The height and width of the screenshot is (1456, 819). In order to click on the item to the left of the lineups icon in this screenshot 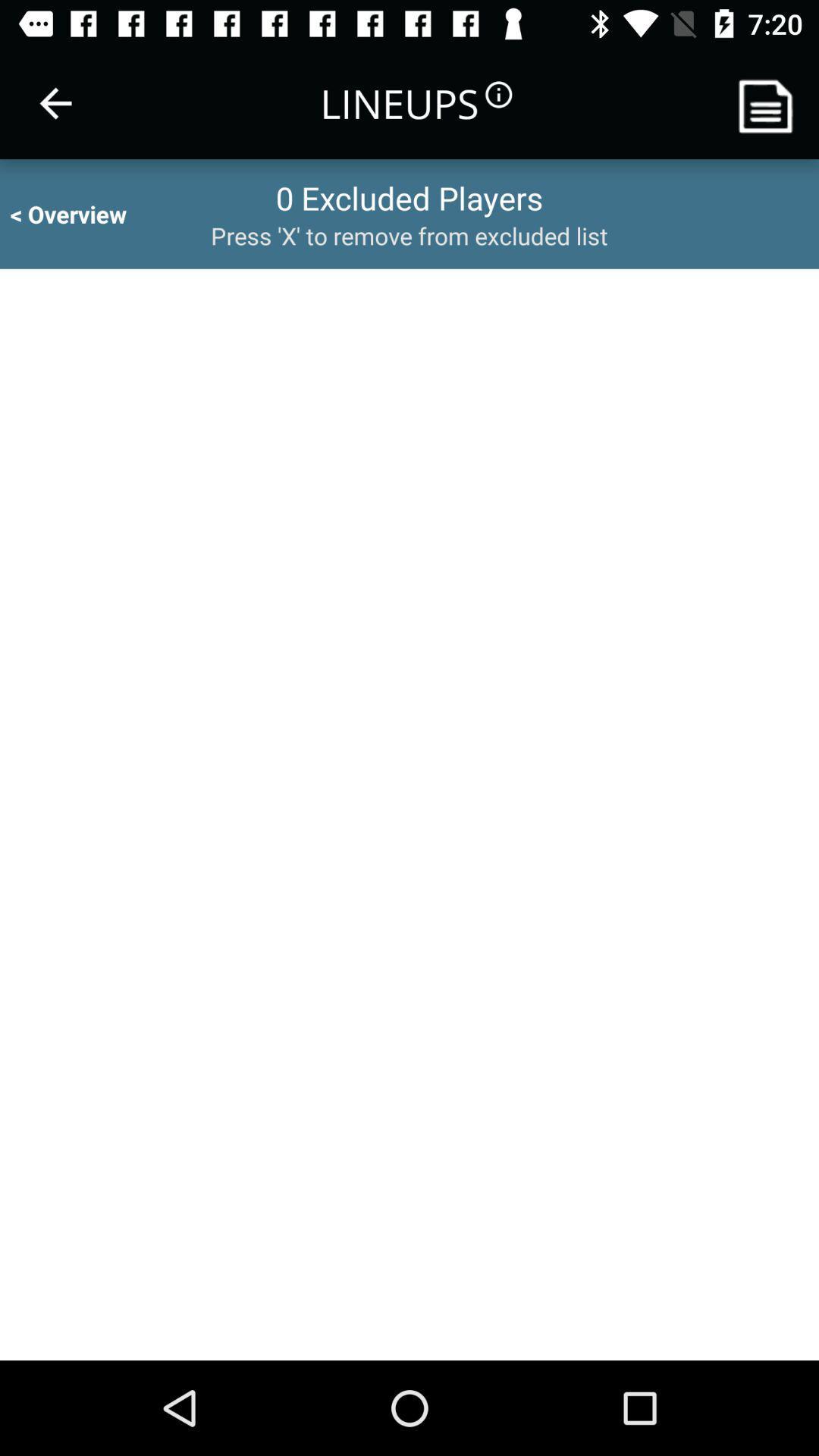, I will do `click(55, 102)`.